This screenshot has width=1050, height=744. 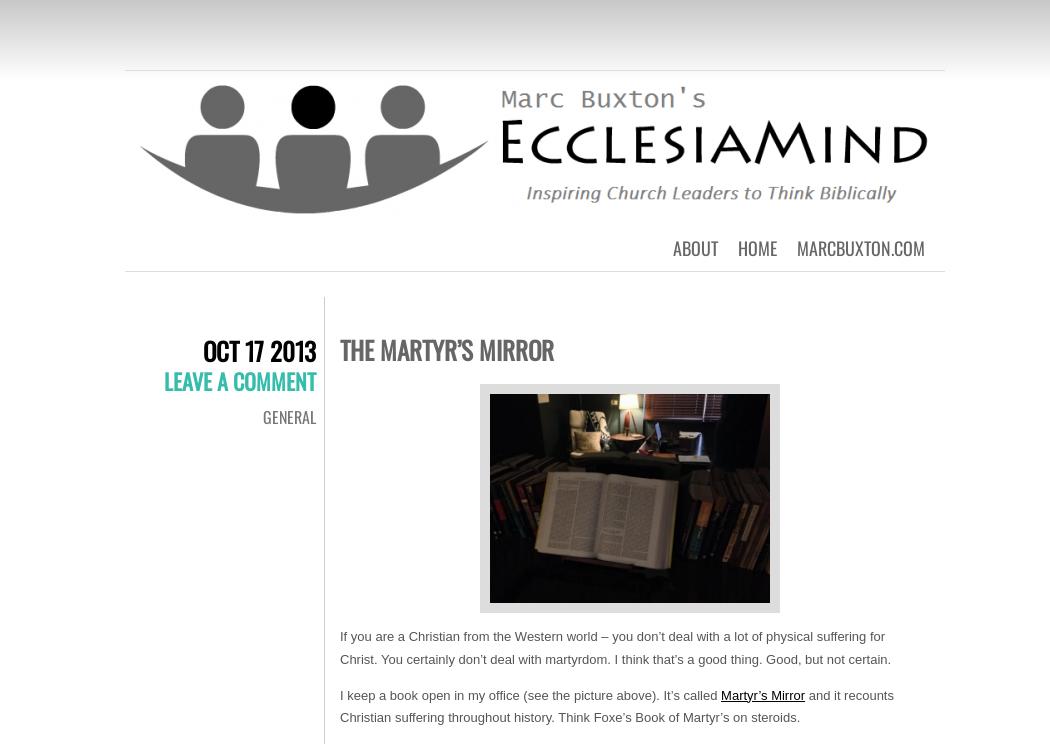 What do you see at coordinates (861, 246) in the screenshot?
I see `'marcbuxton.com'` at bounding box center [861, 246].